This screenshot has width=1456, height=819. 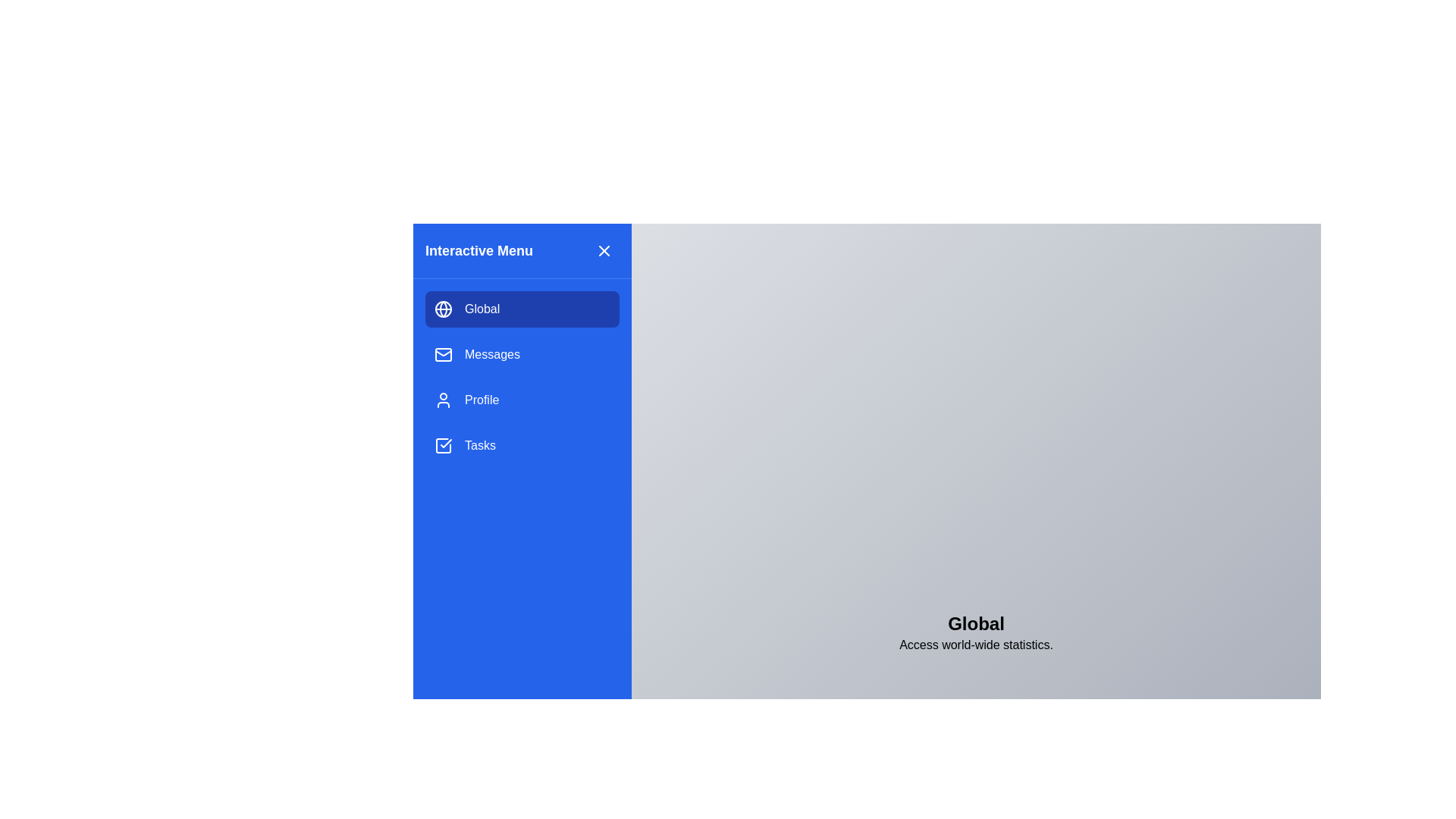 What do you see at coordinates (603, 250) in the screenshot?
I see `the close icon represented by an 'X' shape located in the top-right corner of the blue sidebar, near the label 'Interactive Menu'` at bounding box center [603, 250].